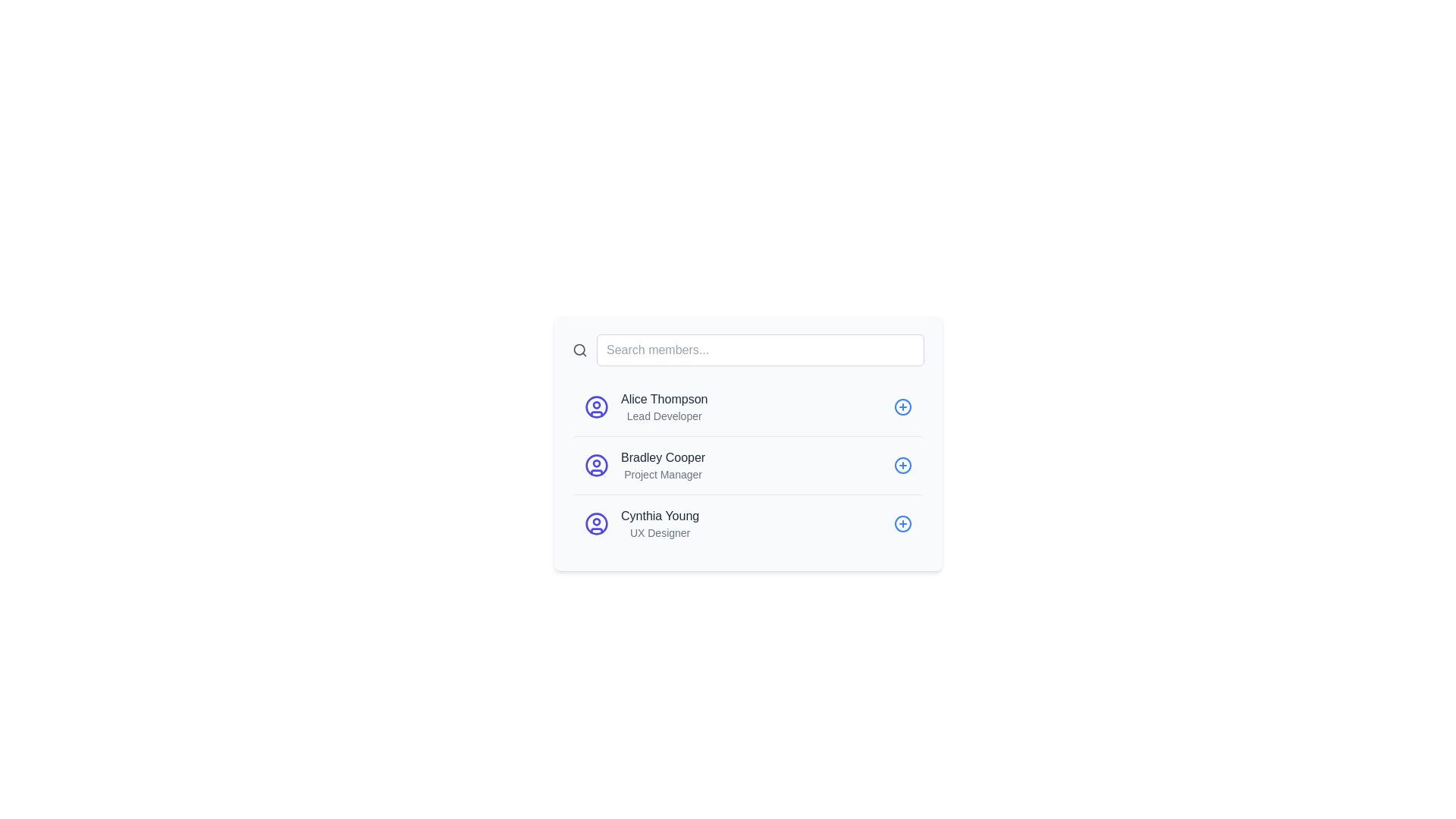 This screenshot has width=1456, height=819. I want to click on the circle element that represents the main part of the plus icon for 'Bradley Cooper - Project Manager', which is the second icon in the vertical list, so click(902, 464).